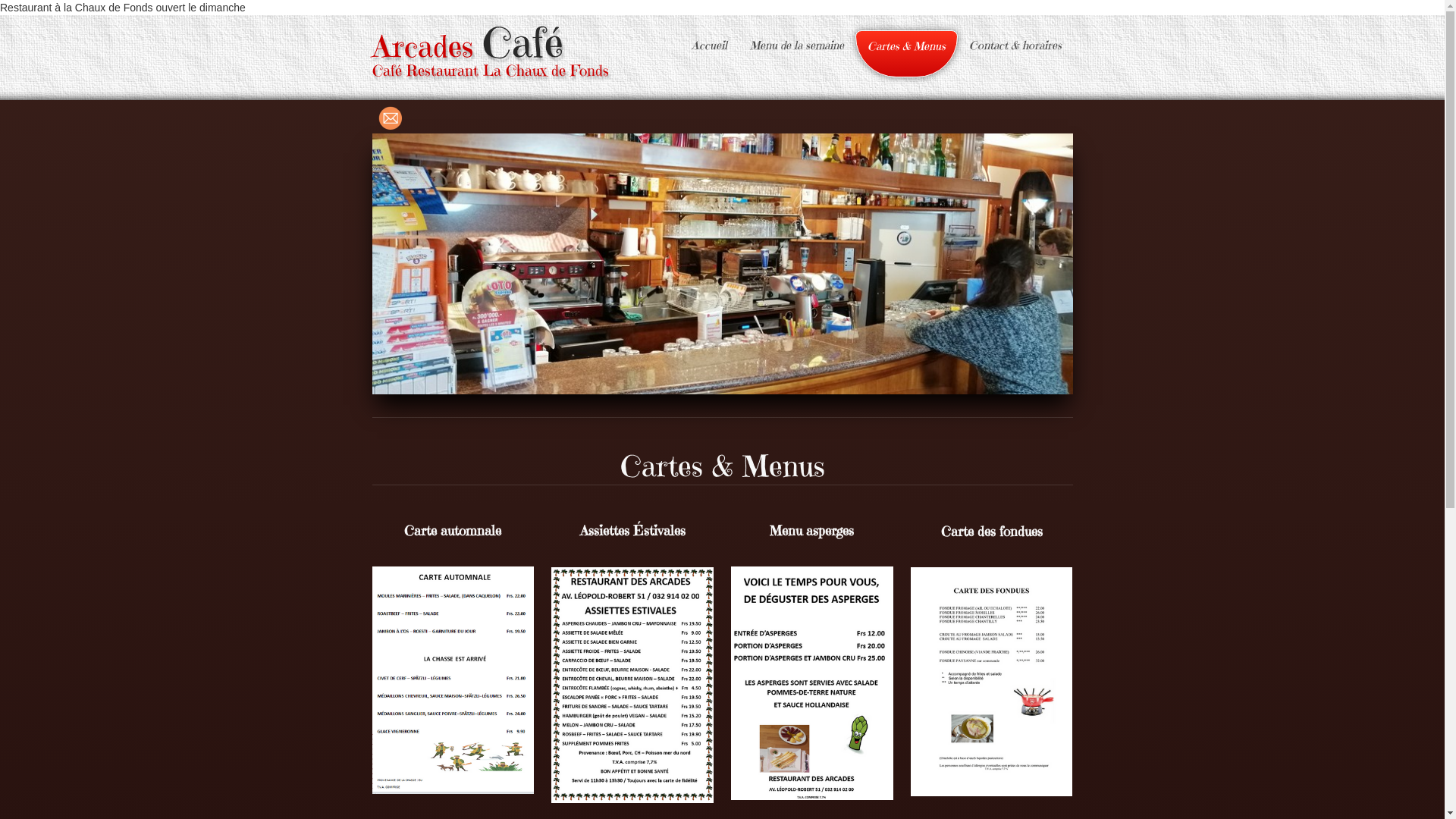 The image size is (1456, 819). What do you see at coordinates (739, 45) in the screenshot?
I see `'Menu de la semaine'` at bounding box center [739, 45].